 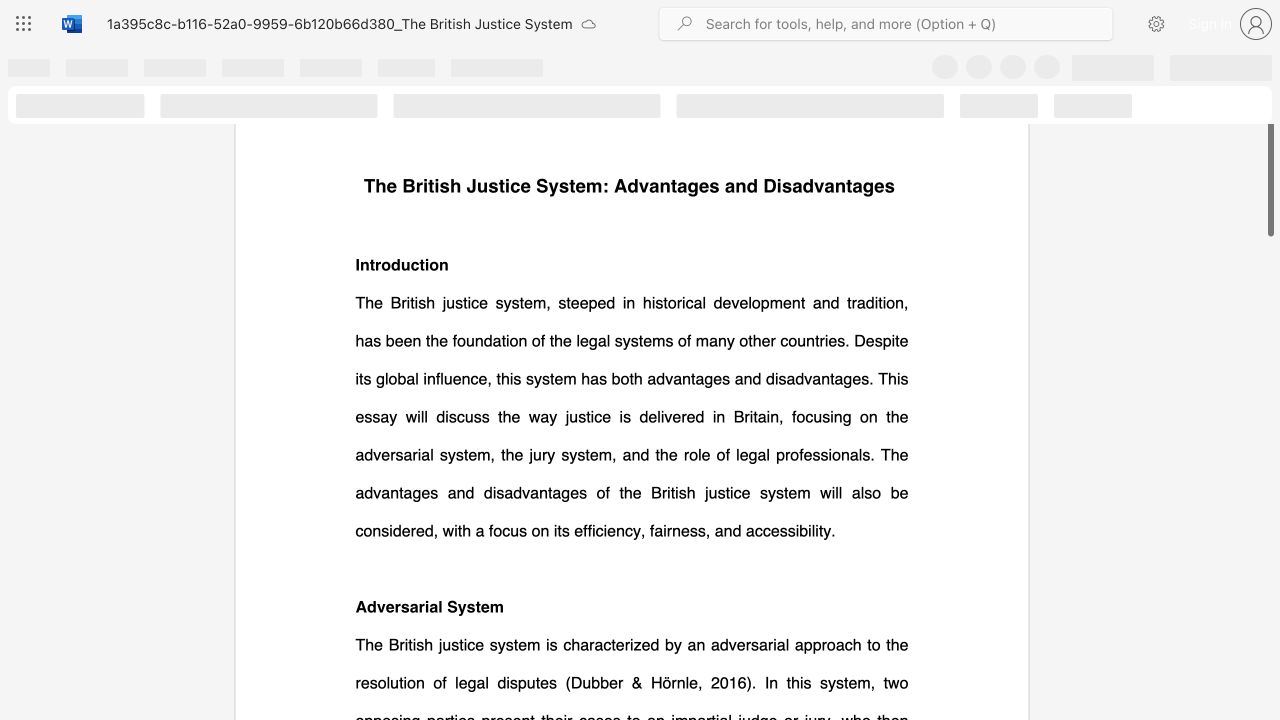 I want to click on the subset text "olution" within the text "The British justice system is characterized by an adversarial approach to the resolution of legal disputes", so click(x=377, y=681).